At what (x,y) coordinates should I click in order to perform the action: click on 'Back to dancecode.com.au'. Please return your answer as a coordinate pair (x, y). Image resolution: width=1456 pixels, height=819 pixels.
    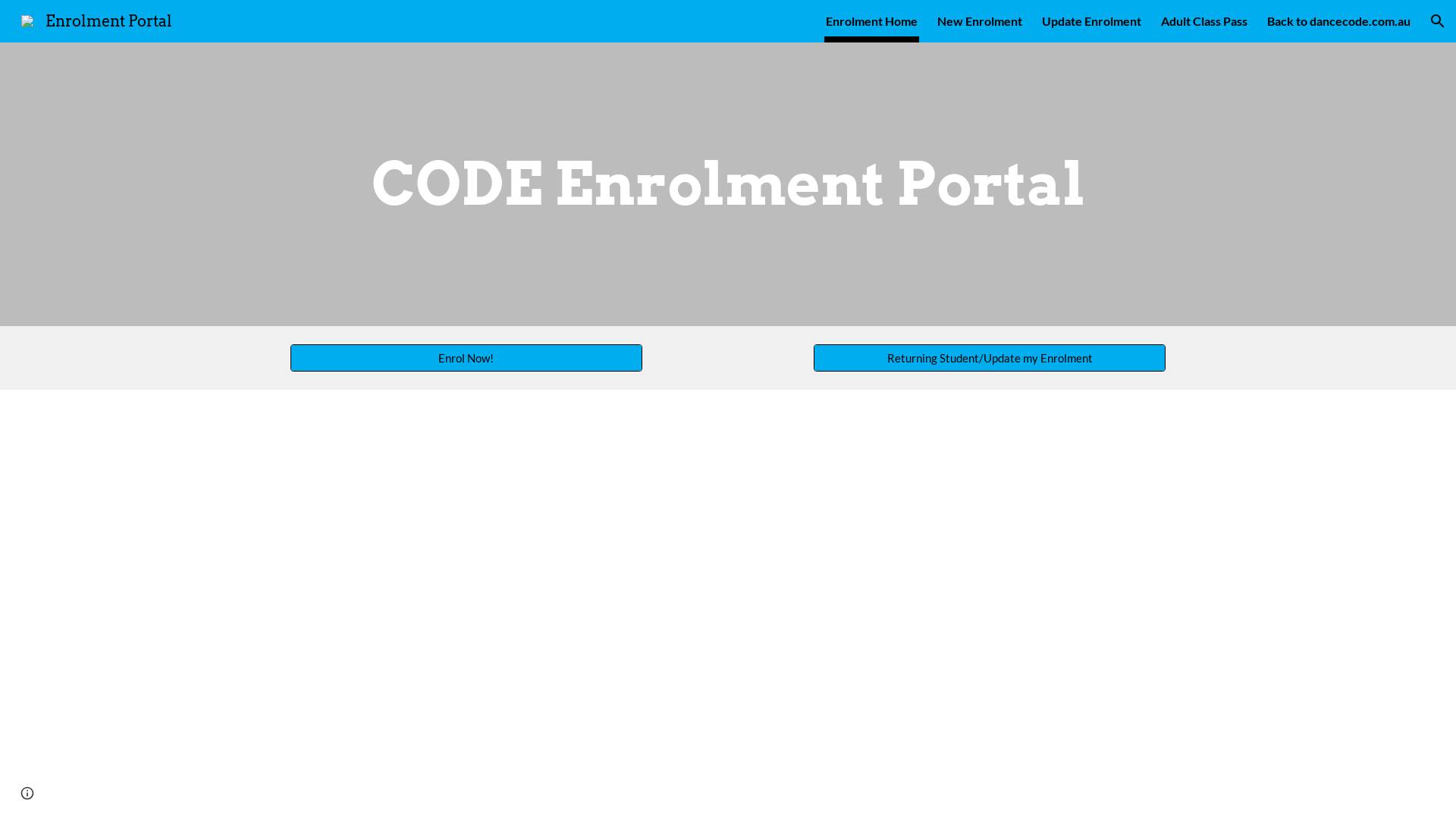
    Looking at the image, I should click on (1338, 20).